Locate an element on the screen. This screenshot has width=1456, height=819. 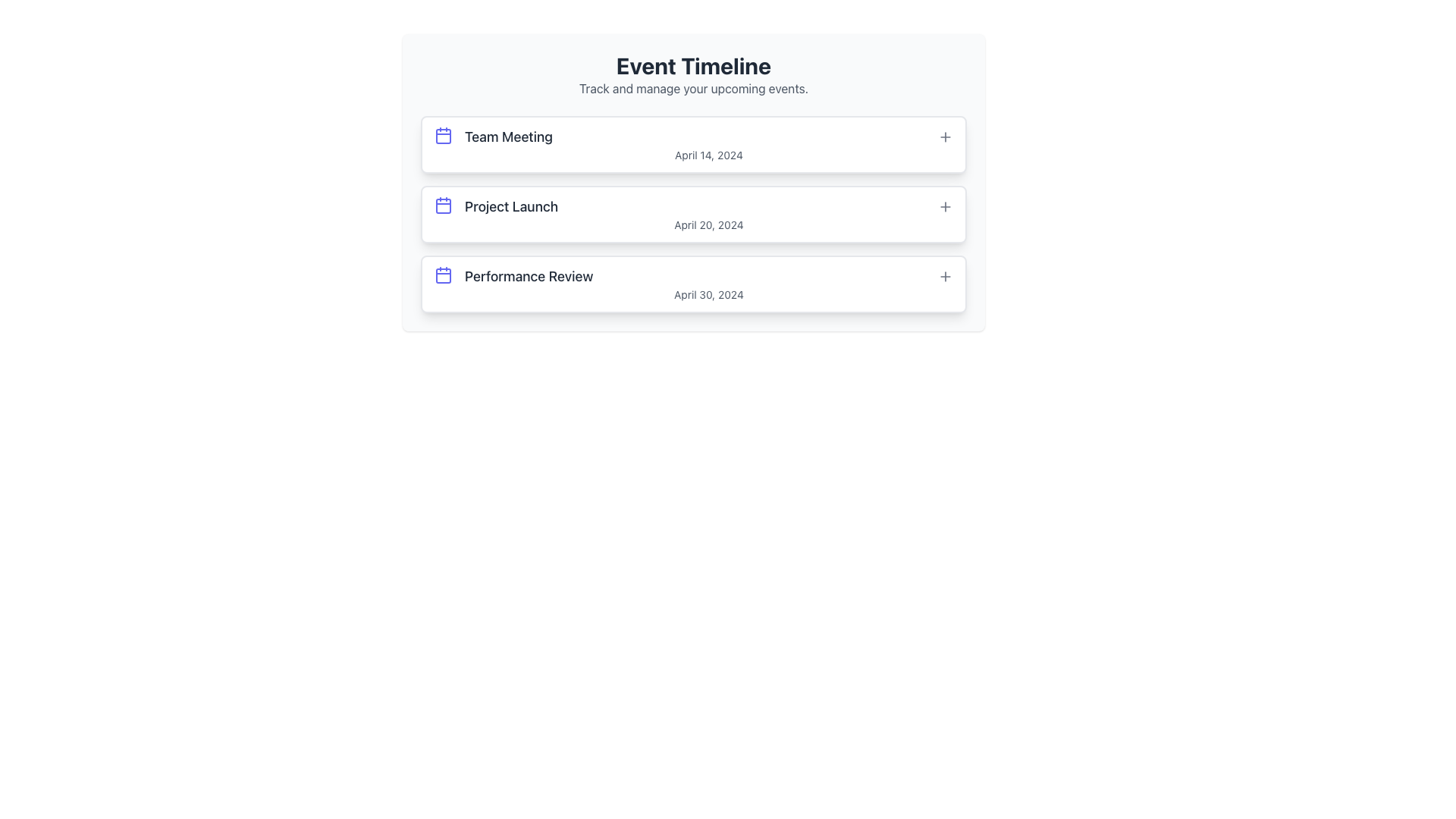
the static text label displaying the date 'April 20, 2024', which is positioned at the bottom right corner of the second event entry labeled 'Project Launch' is located at coordinates (708, 225).